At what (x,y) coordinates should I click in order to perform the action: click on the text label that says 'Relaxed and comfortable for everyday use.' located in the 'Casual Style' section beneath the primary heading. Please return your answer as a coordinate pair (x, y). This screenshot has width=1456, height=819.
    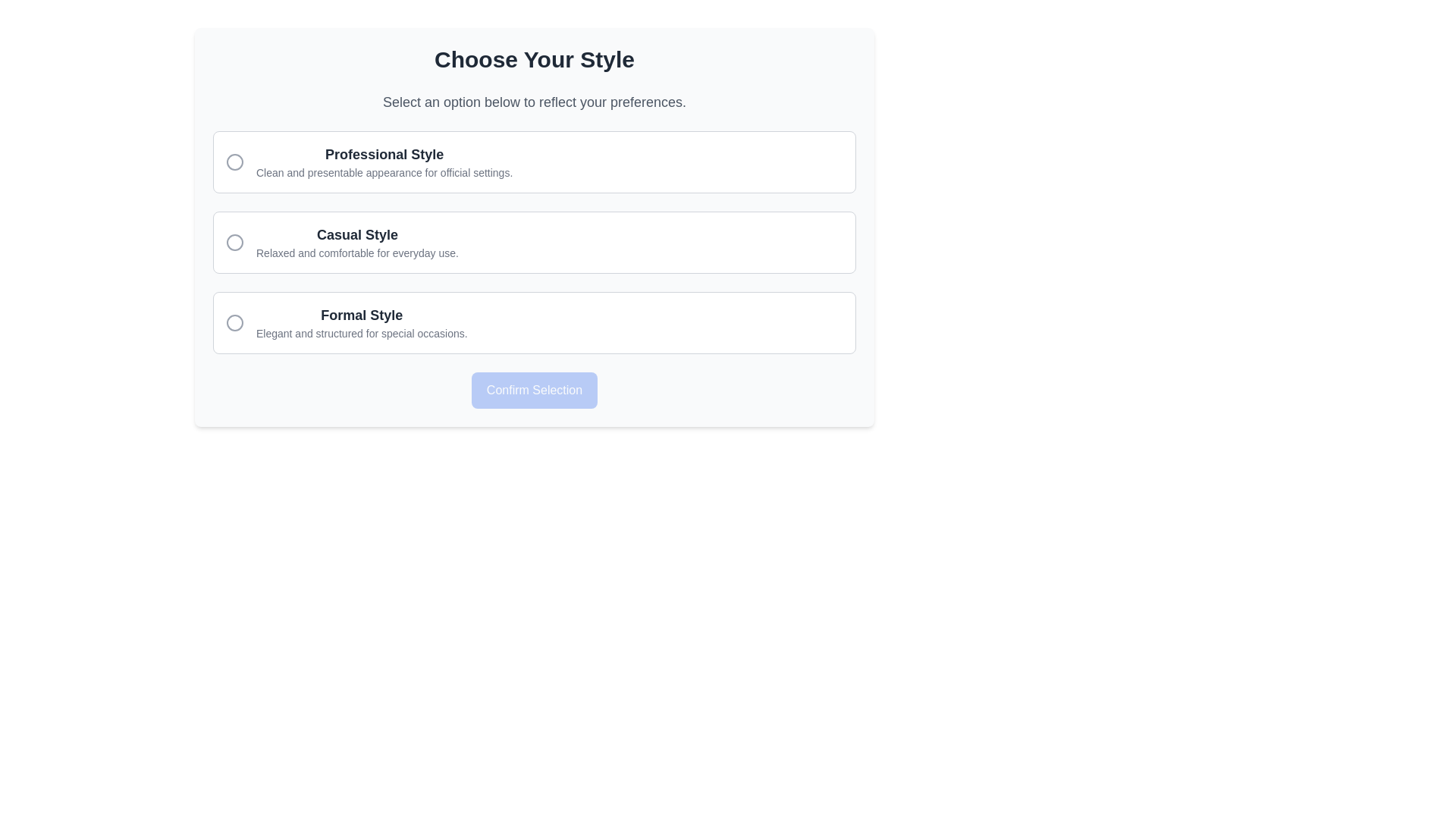
    Looking at the image, I should click on (356, 253).